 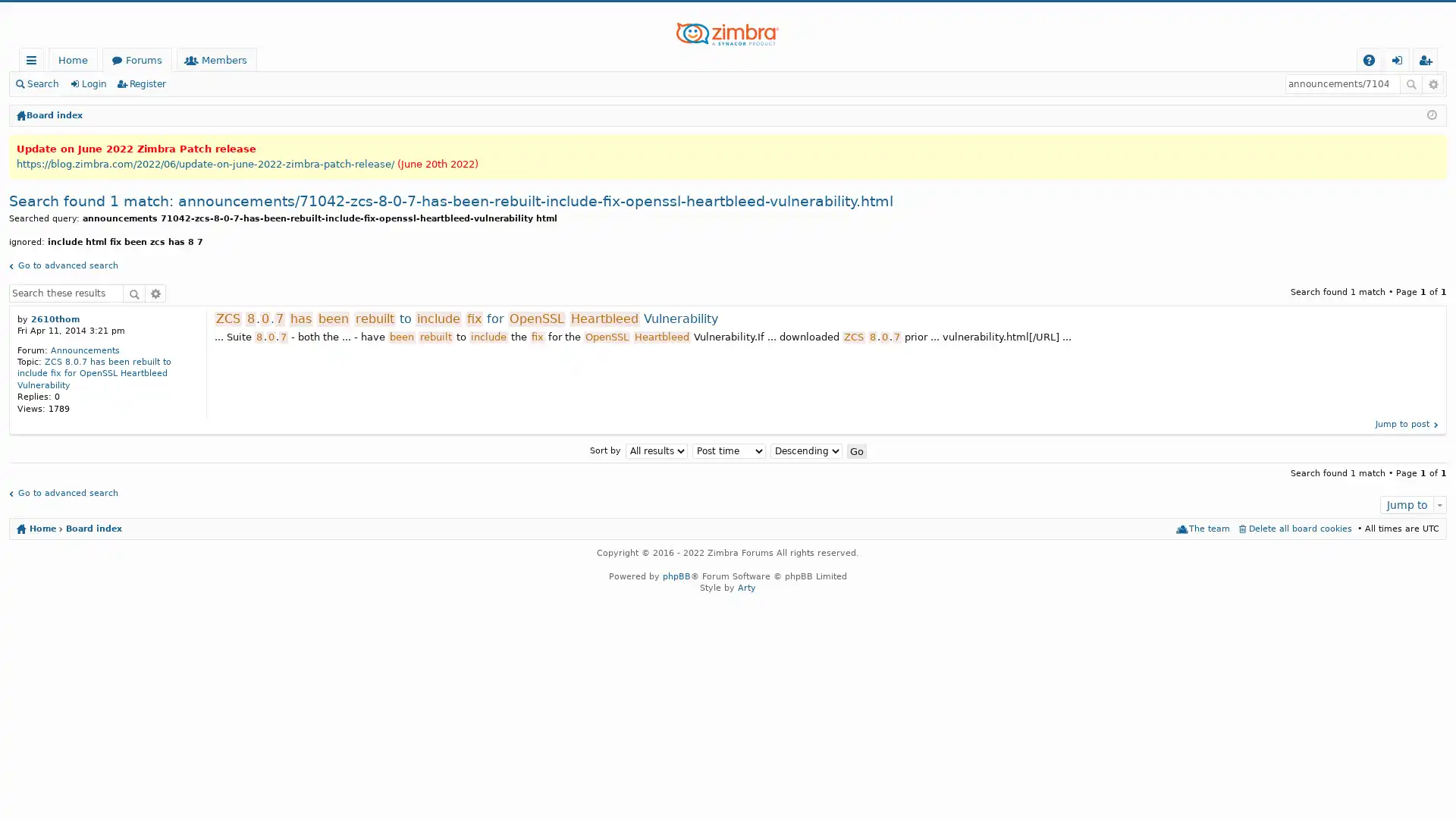 What do you see at coordinates (855, 450) in the screenshot?
I see `Go` at bounding box center [855, 450].